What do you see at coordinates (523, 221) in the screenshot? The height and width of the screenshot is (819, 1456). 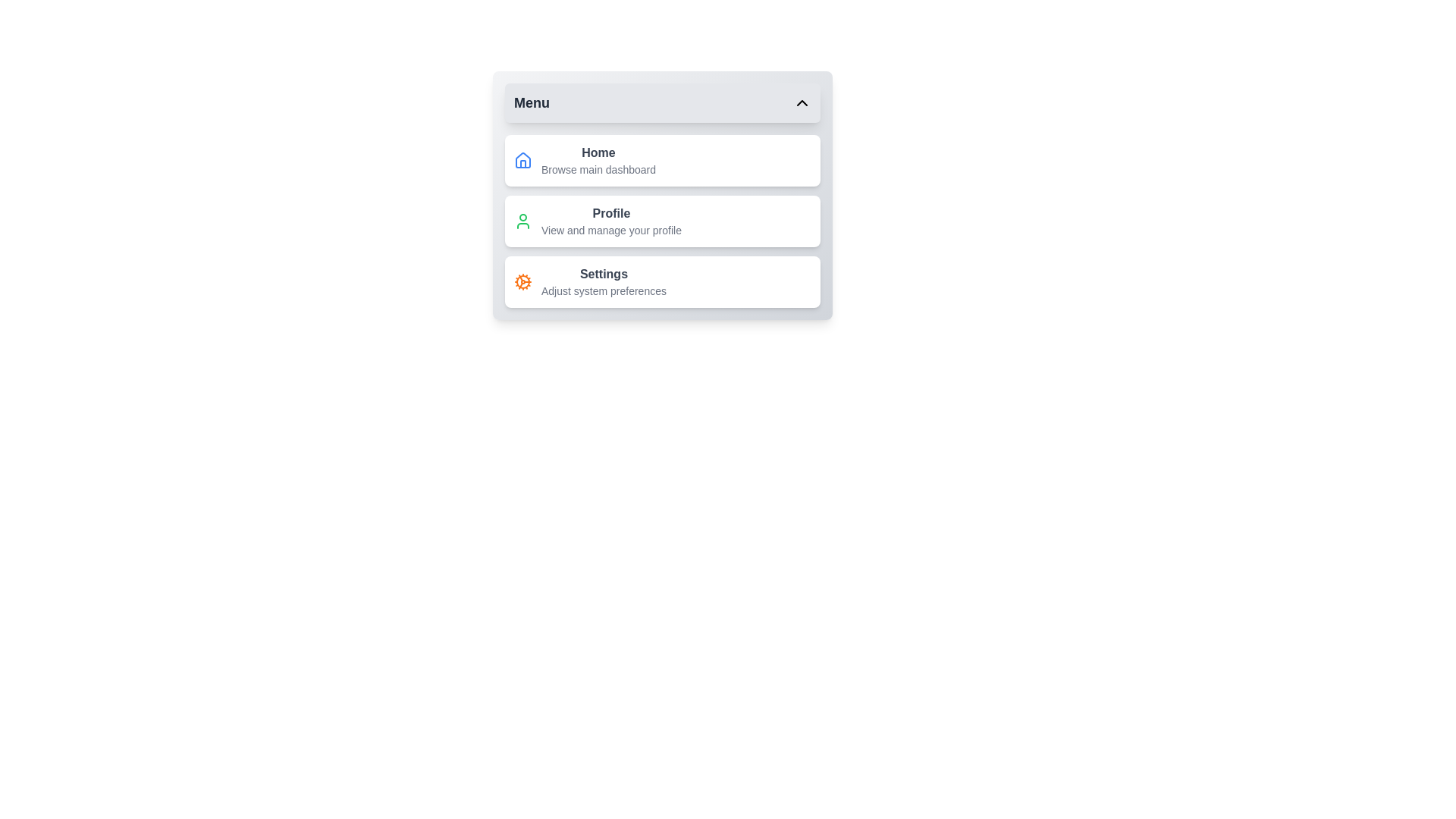 I see `the icon associated with the menu item Profile` at bounding box center [523, 221].